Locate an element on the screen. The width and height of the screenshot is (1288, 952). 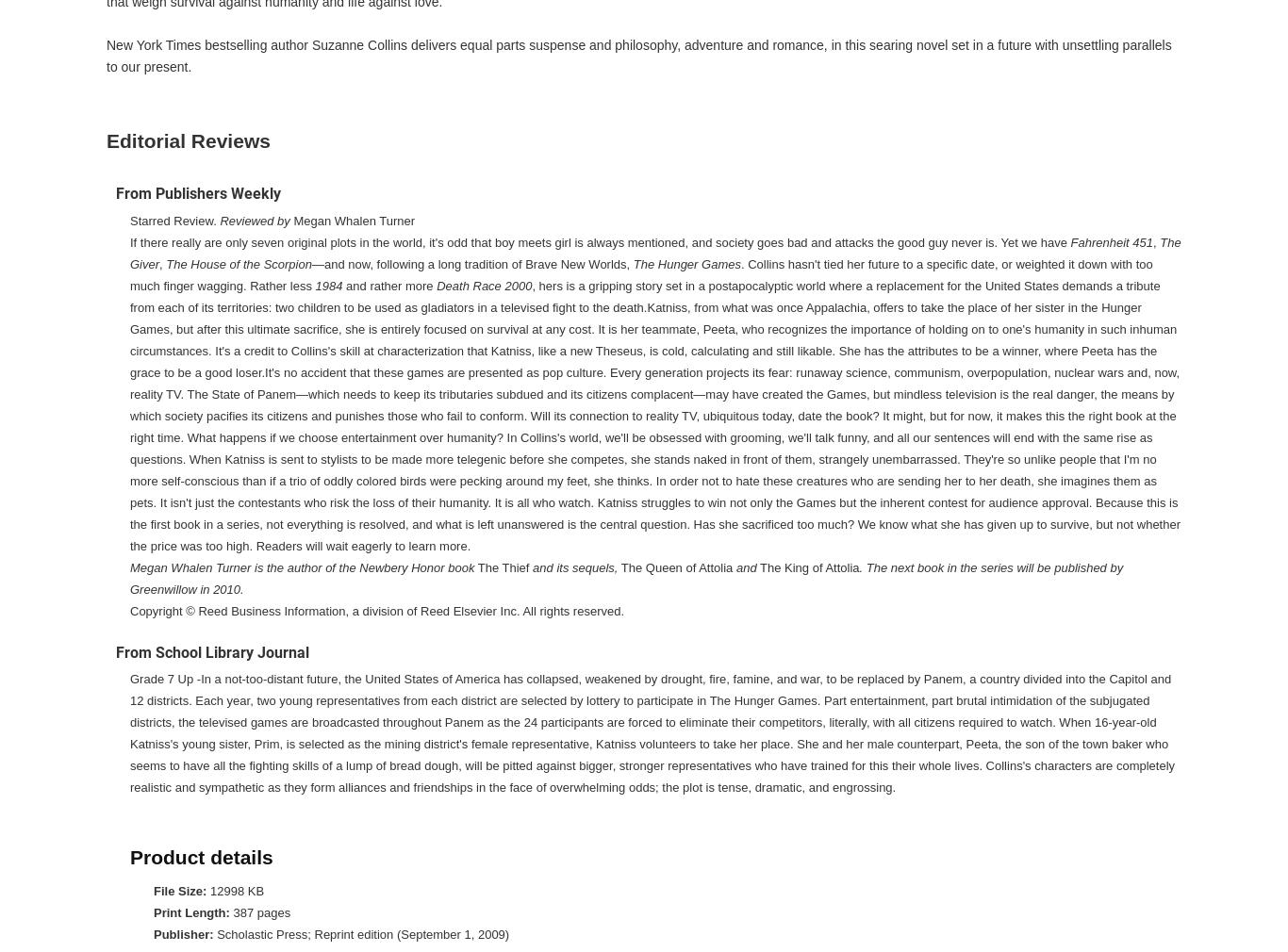
'Reviewed by' is located at coordinates (255, 219).